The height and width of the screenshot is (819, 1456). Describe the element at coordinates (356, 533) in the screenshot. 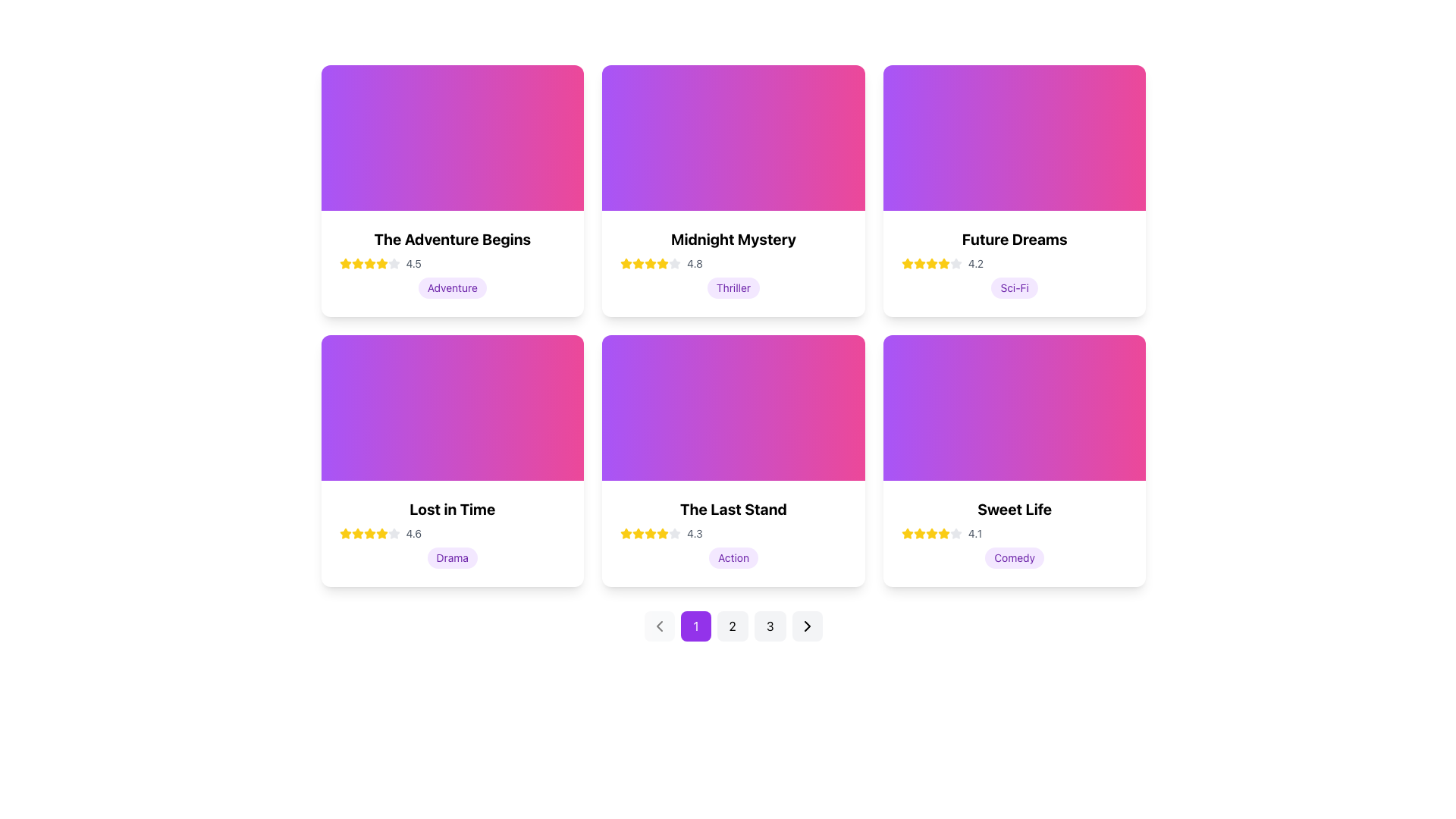

I see `the second yellow star icon used for rating under the 'Lost in Time' movie card` at that location.